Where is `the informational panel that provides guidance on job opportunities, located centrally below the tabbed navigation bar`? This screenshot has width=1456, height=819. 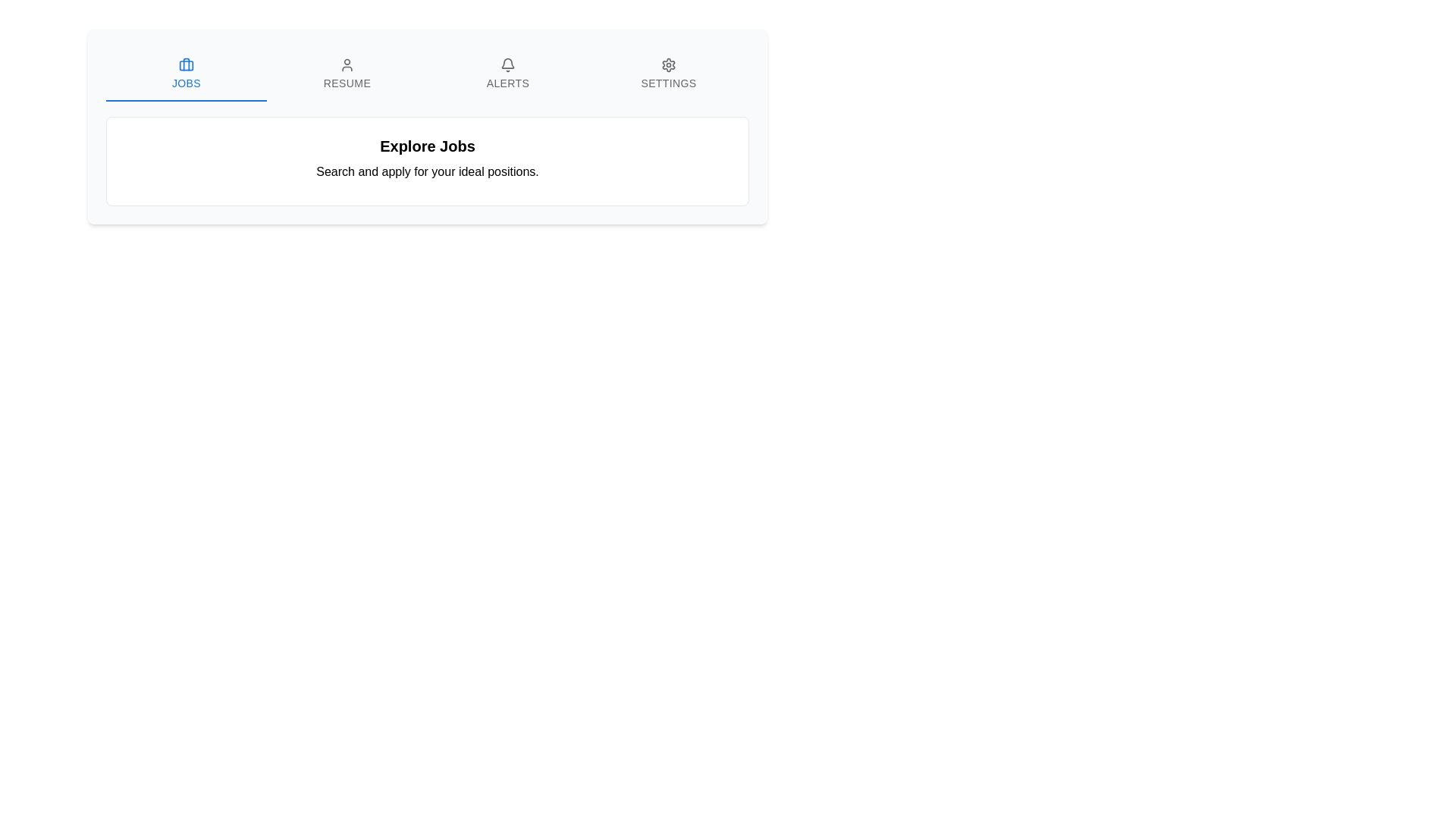 the informational panel that provides guidance on job opportunities, located centrally below the tabbed navigation bar is located at coordinates (427, 161).